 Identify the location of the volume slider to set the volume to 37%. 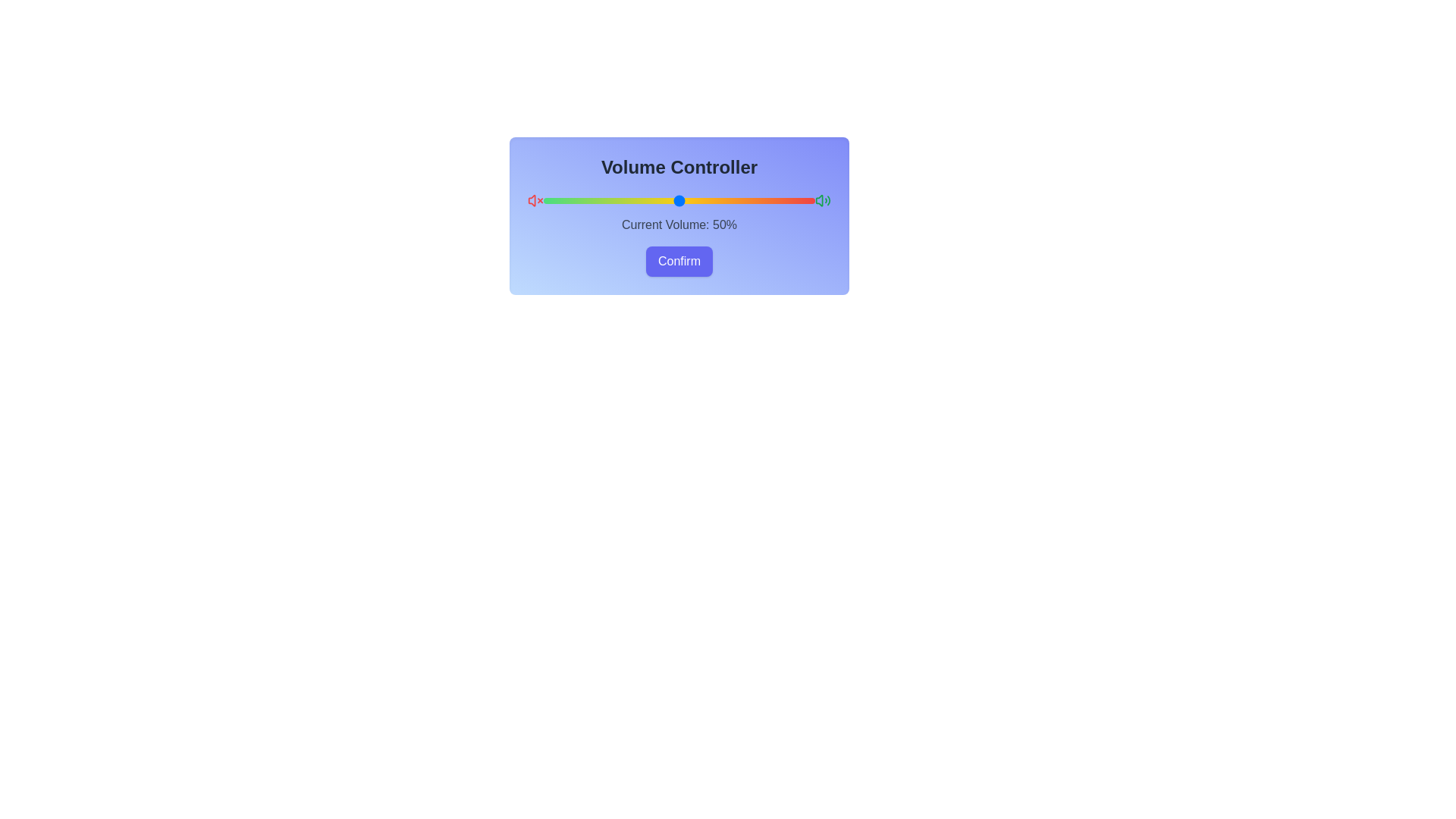
(644, 200).